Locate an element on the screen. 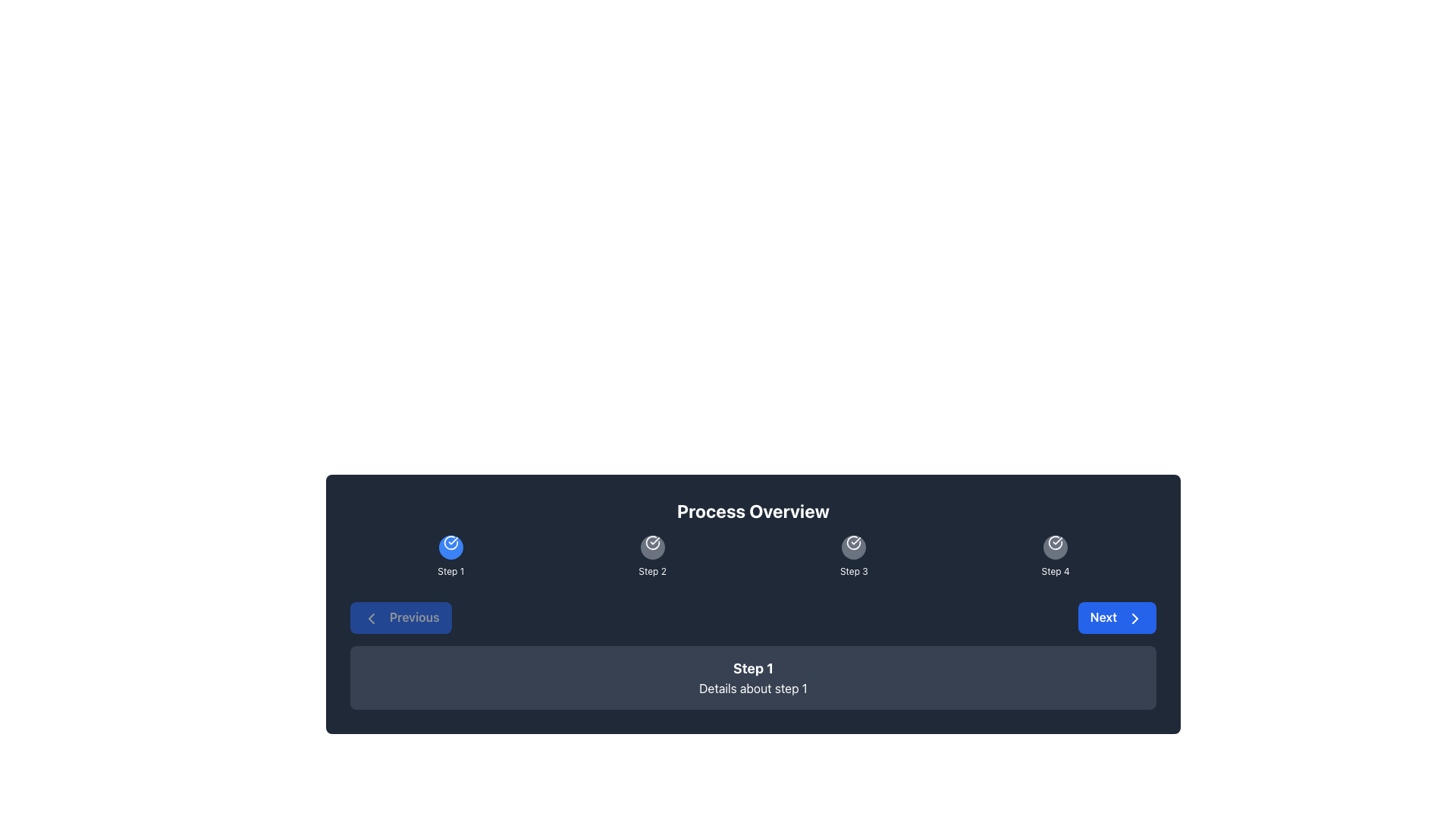 The image size is (1456, 819). the small left-facing arrow icon styled as an outline, located within the 'Previous' button at the bottom left of the dialog box is located at coordinates (371, 617).